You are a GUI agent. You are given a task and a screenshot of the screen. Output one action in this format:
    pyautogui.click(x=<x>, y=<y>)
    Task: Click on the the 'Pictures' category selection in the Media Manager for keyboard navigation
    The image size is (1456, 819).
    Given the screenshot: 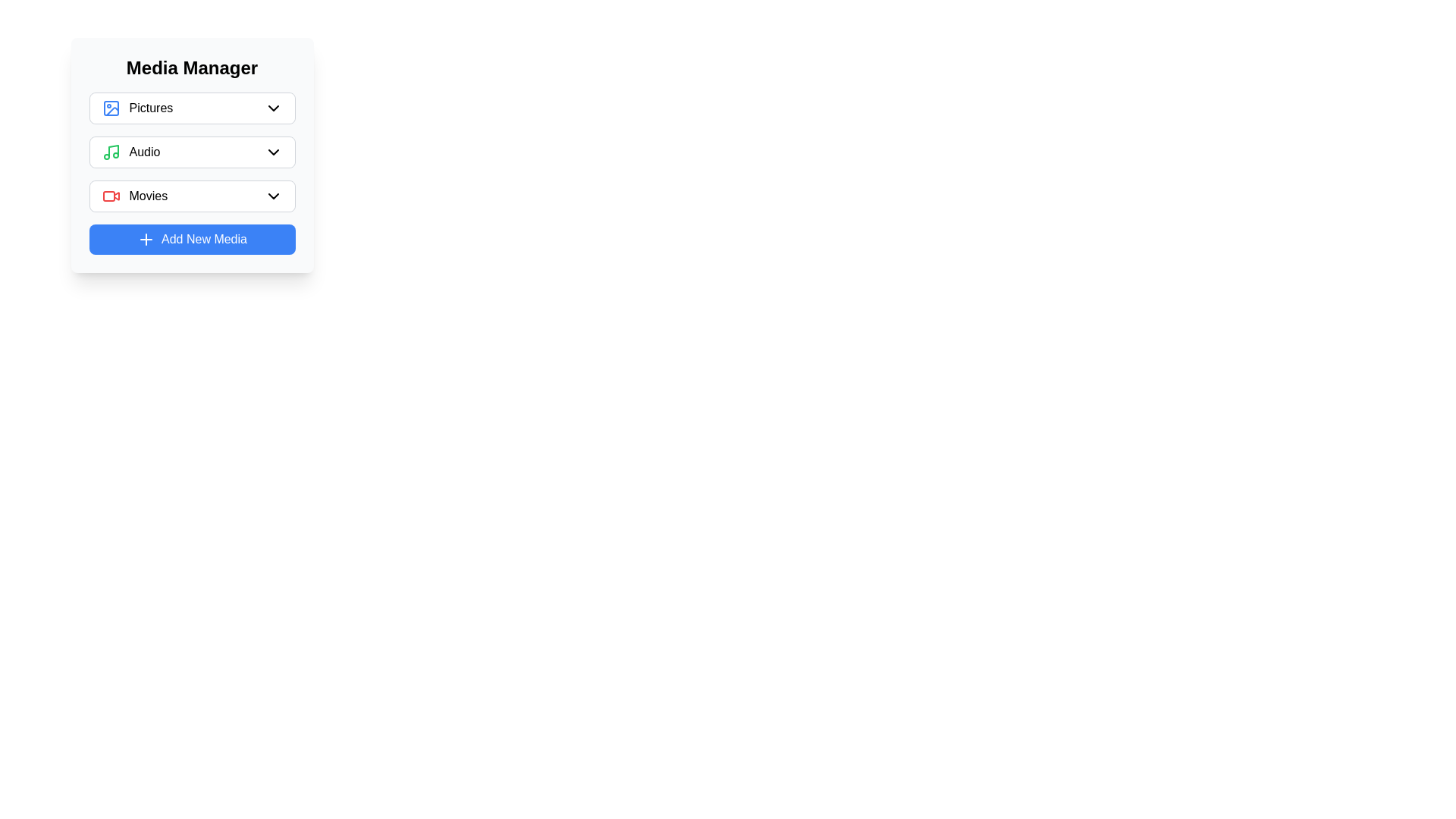 What is the action you would take?
    pyautogui.click(x=191, y=107)
    